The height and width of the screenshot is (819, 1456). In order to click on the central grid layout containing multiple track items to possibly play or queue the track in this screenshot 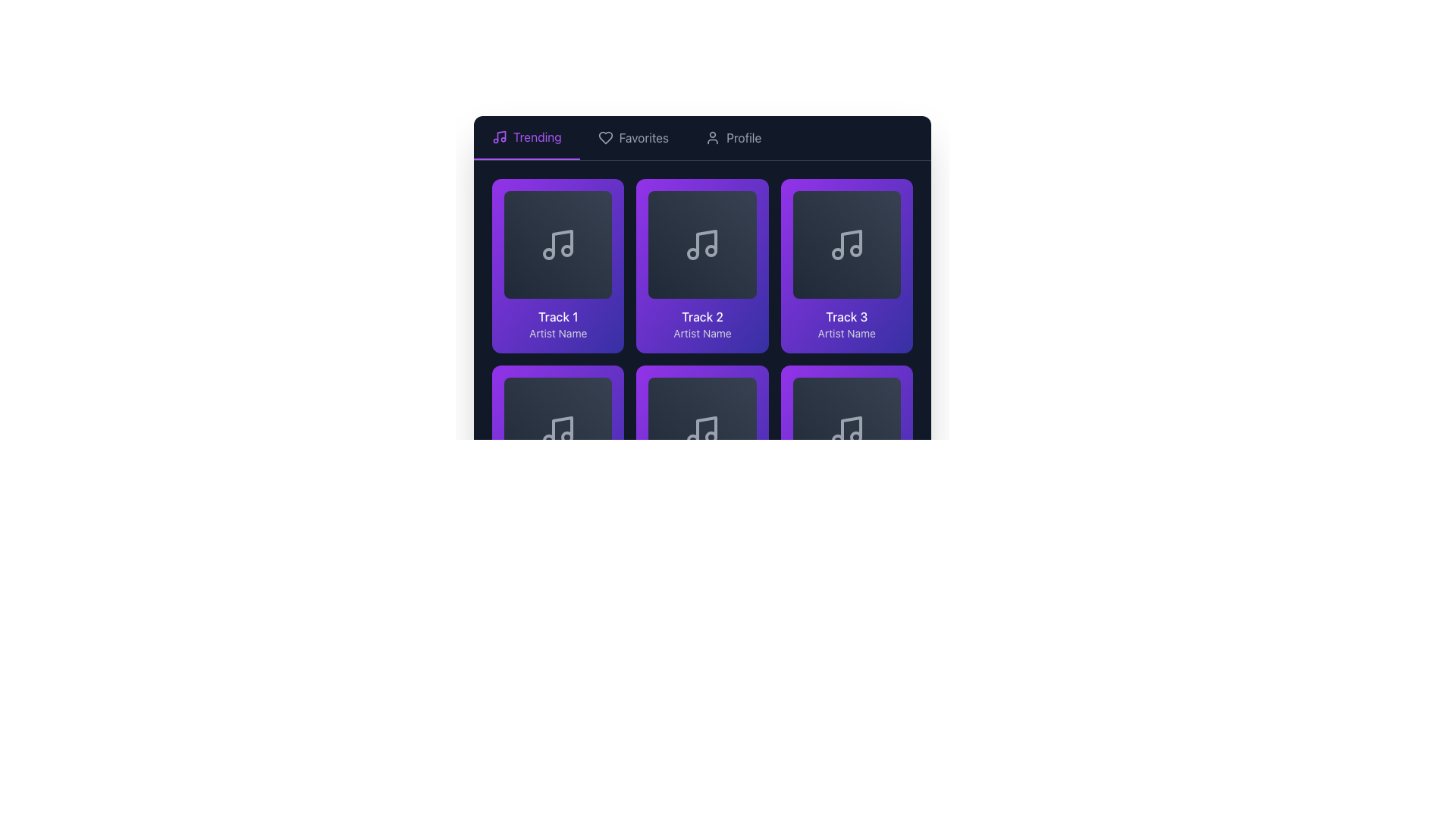, I will do `click(701, 359)`.